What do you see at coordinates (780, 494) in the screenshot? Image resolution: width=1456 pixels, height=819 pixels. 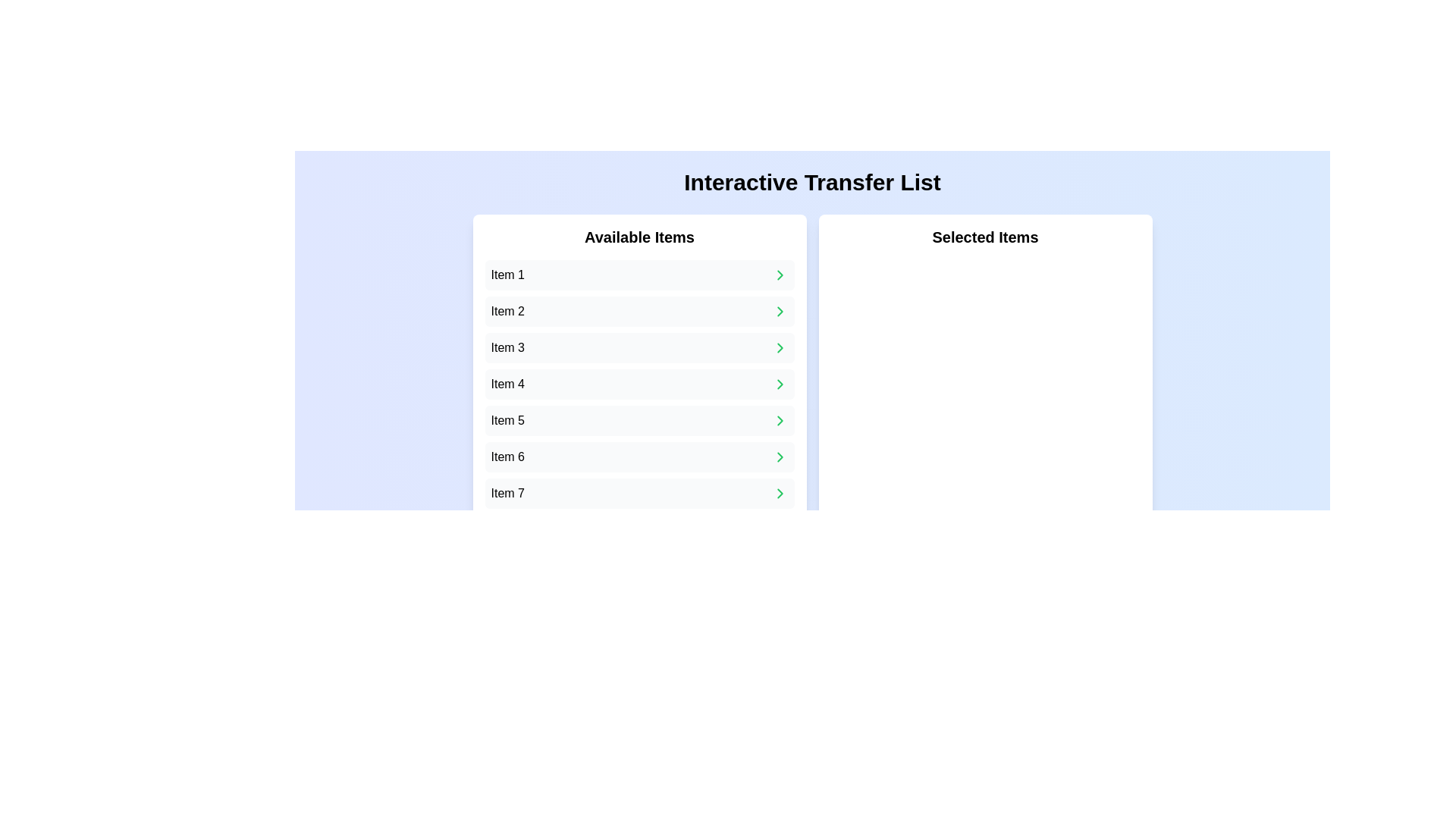 I see `the rightmost arrow-shaped icon button inside the card for 'Item 7' in the 'Available Items' list to change its visual style` at bounding box center [780, 494].